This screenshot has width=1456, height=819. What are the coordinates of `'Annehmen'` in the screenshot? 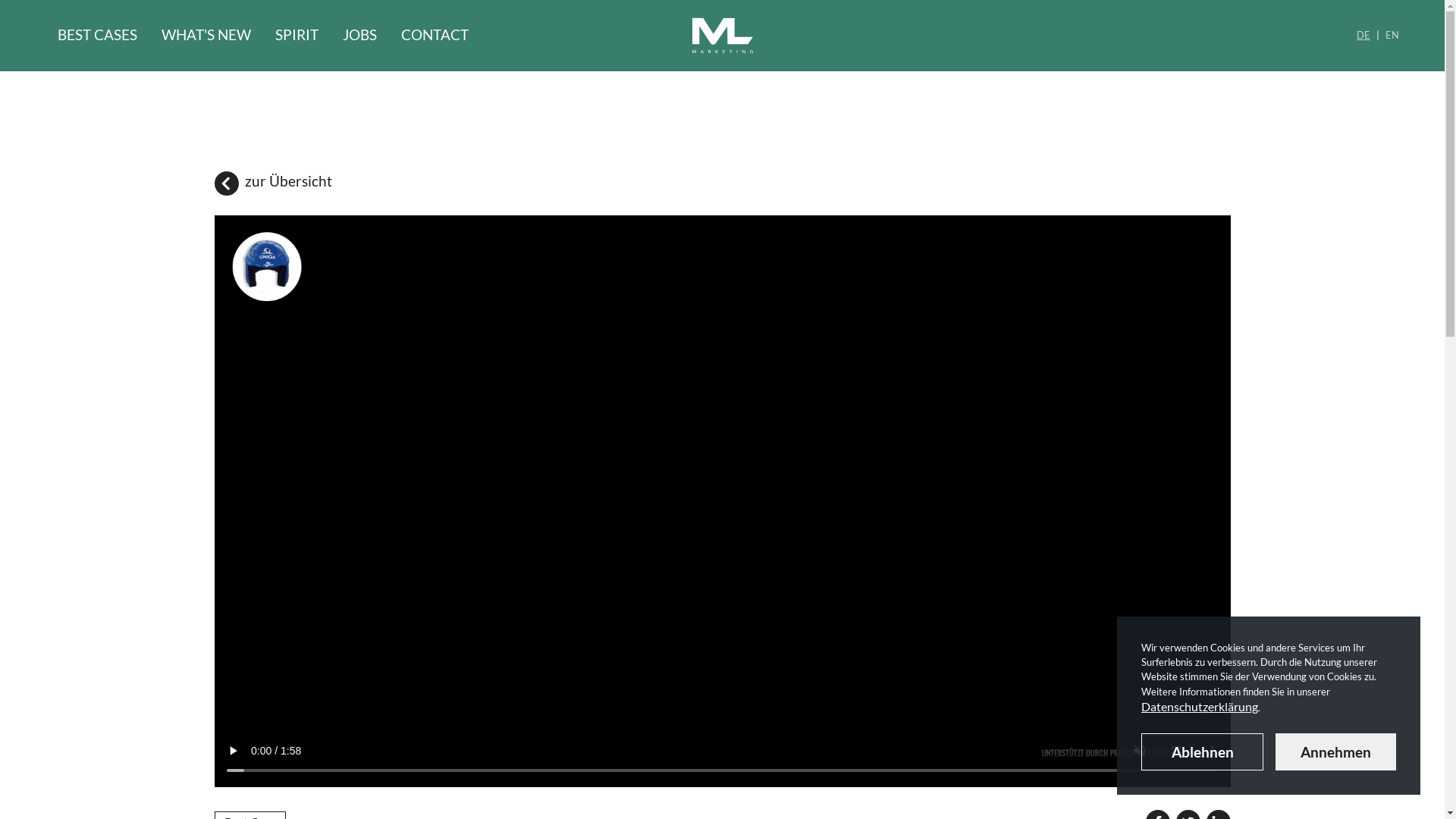 It's located at (1335, 752).